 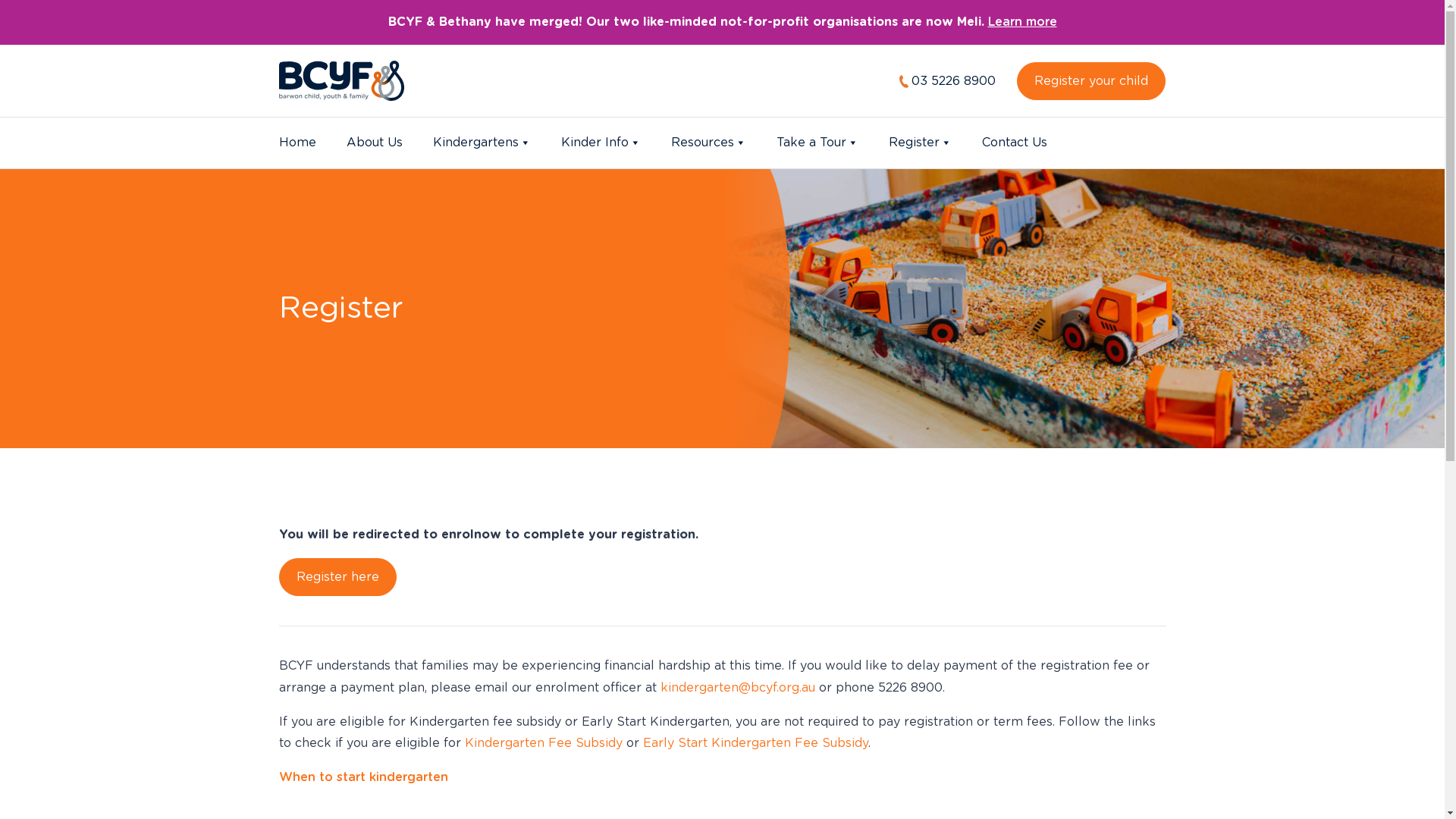 I want to click on 'Early Start Kindergarten Fee Subsidy', so click(x=755, y=742).